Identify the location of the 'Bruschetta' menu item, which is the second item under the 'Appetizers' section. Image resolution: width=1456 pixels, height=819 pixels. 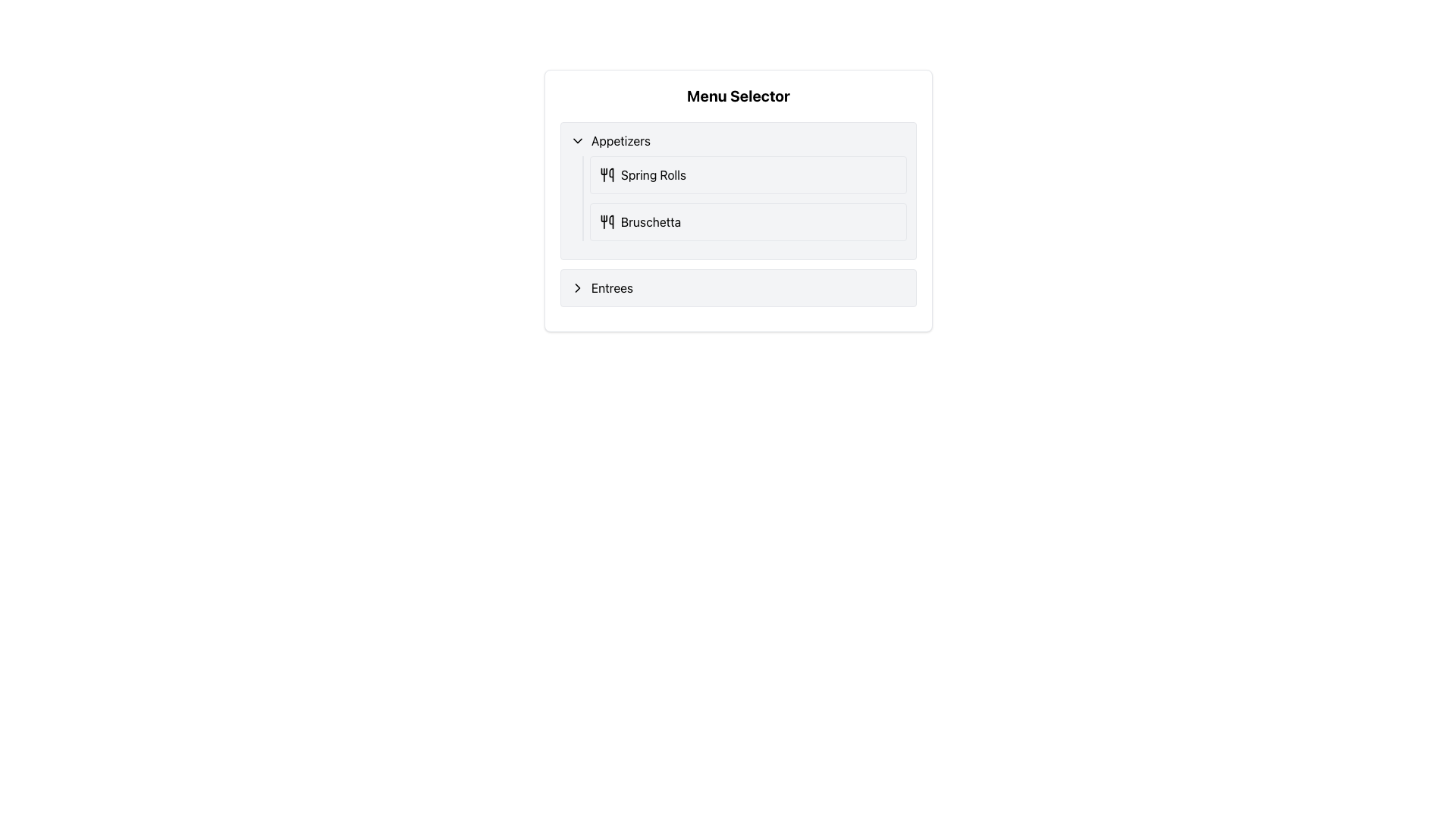
(748, 222).